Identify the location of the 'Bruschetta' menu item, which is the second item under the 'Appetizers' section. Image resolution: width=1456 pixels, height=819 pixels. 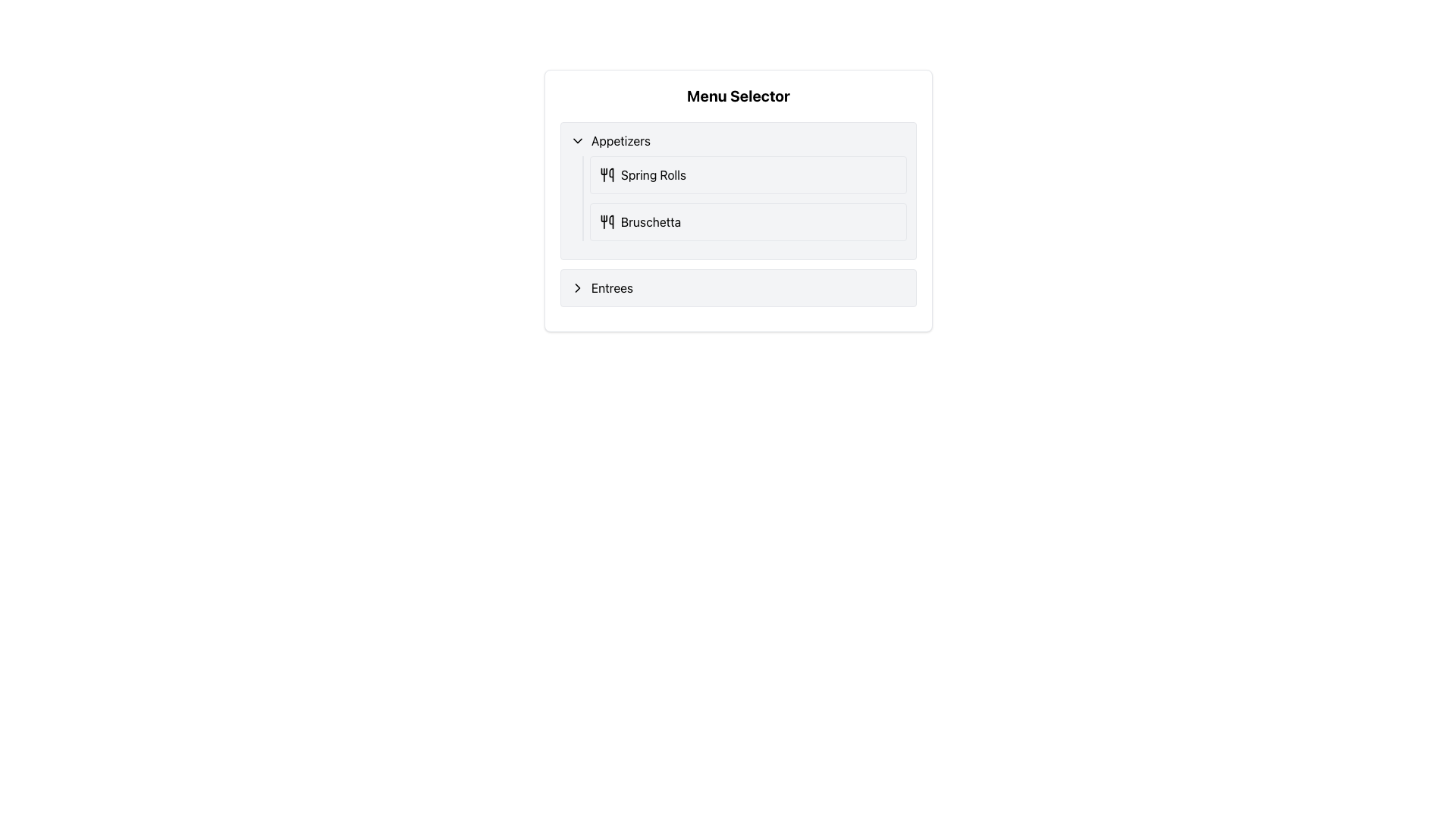
(748, 222).